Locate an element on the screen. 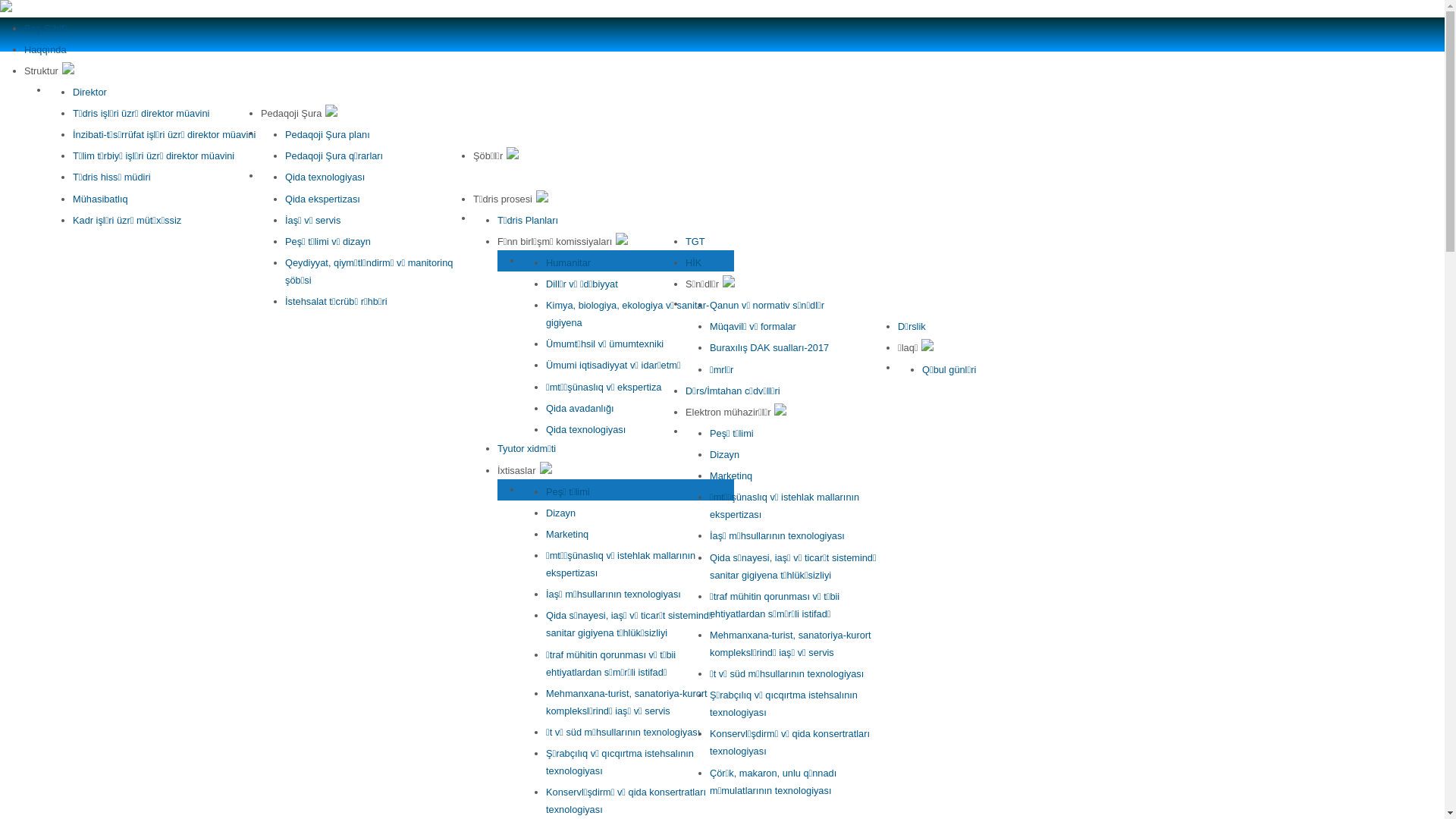 The width and height of the screenshot is (1456, 819). 'Marketinq' is located at coordinates (731, 475).